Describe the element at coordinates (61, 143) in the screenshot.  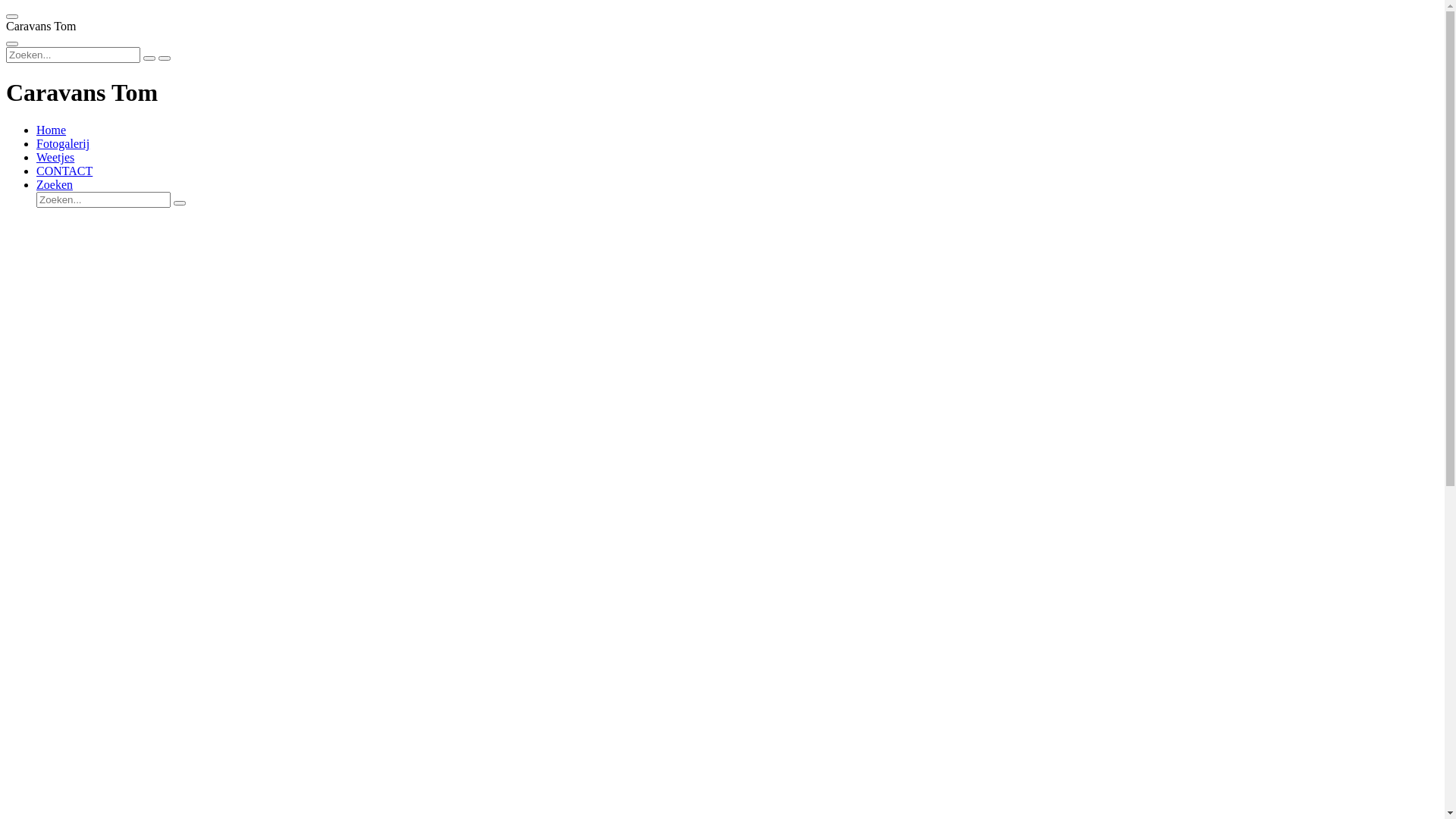
I see `'Fotogalerij'` at that location.